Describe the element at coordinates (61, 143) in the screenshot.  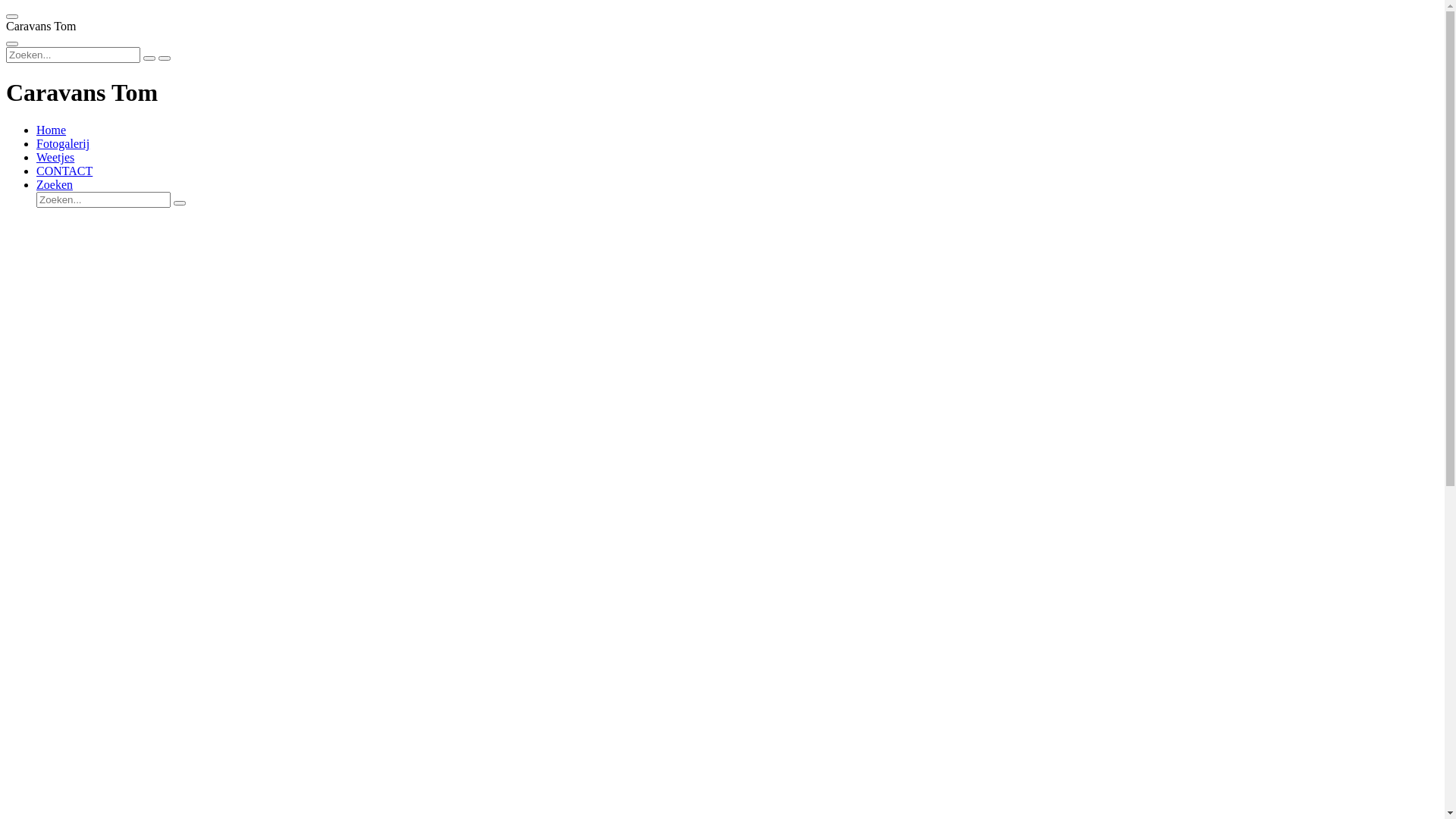
I see `'Fotogalerij'` at that location.